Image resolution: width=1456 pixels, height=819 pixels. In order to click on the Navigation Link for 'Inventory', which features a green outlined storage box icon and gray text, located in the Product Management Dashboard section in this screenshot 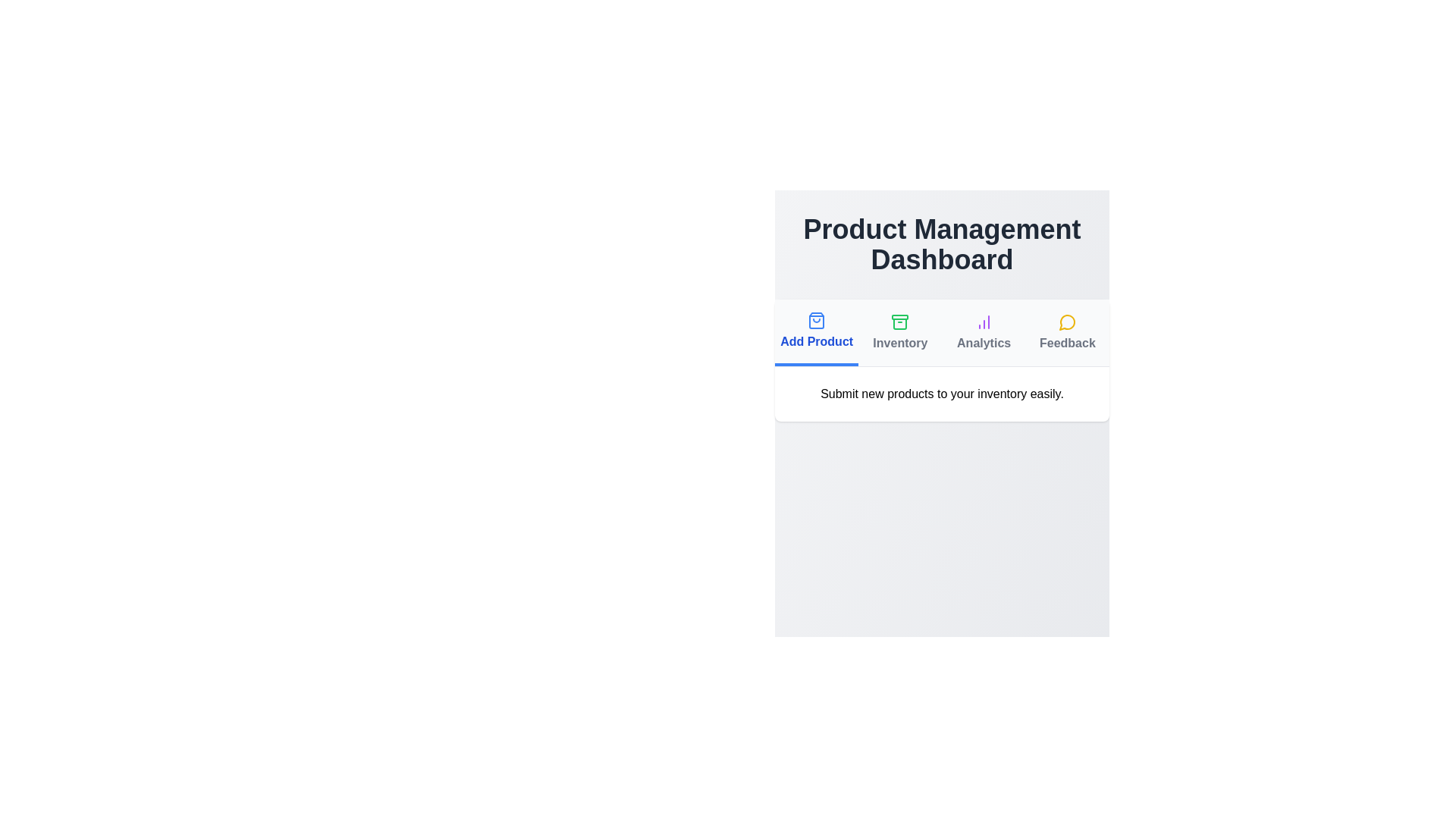, I will do `click(900, 332)`.